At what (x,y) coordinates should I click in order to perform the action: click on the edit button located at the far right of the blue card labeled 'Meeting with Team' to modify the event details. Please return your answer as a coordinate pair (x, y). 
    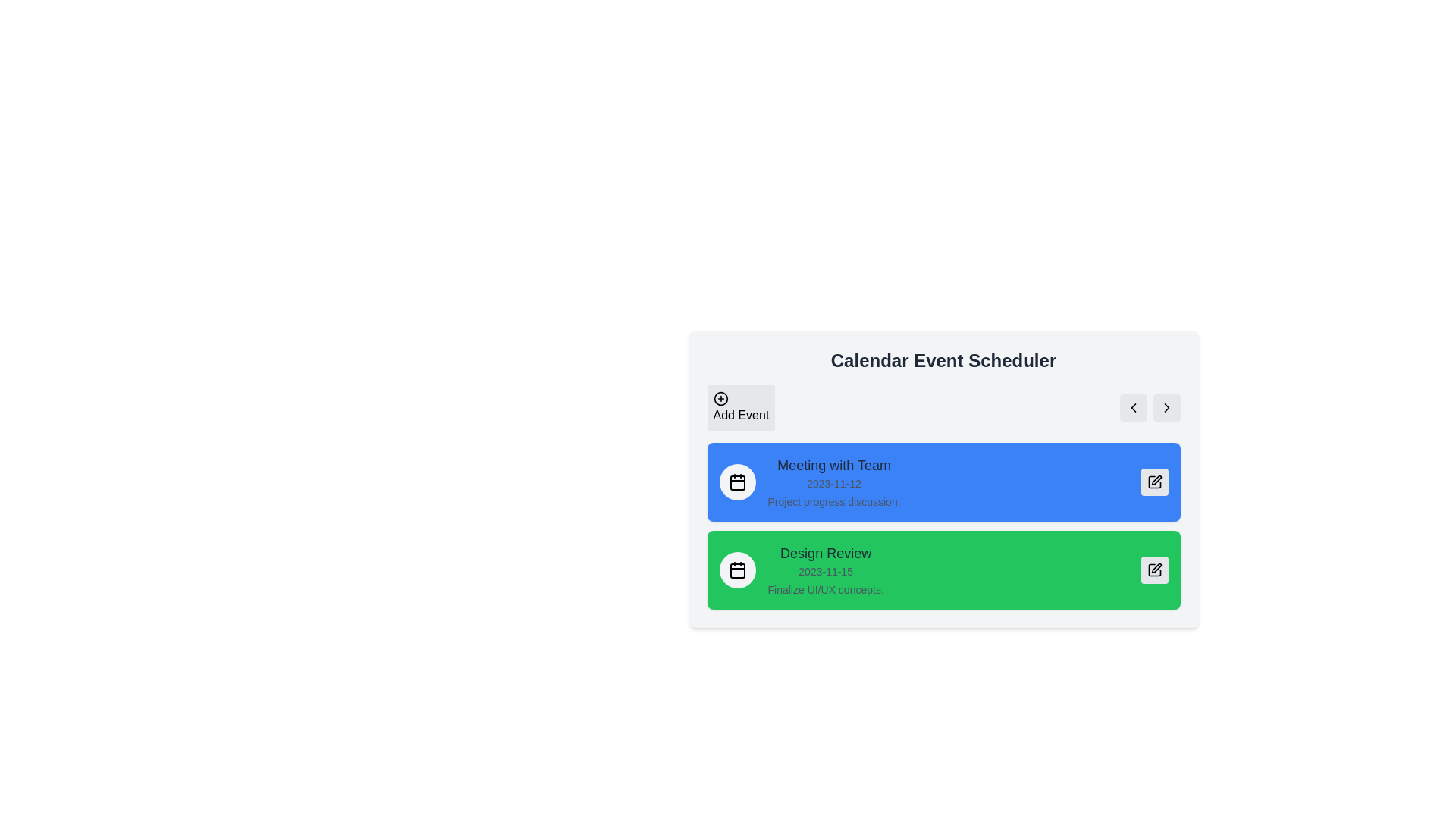
    Looking at the image, I should click on (1153, 482).